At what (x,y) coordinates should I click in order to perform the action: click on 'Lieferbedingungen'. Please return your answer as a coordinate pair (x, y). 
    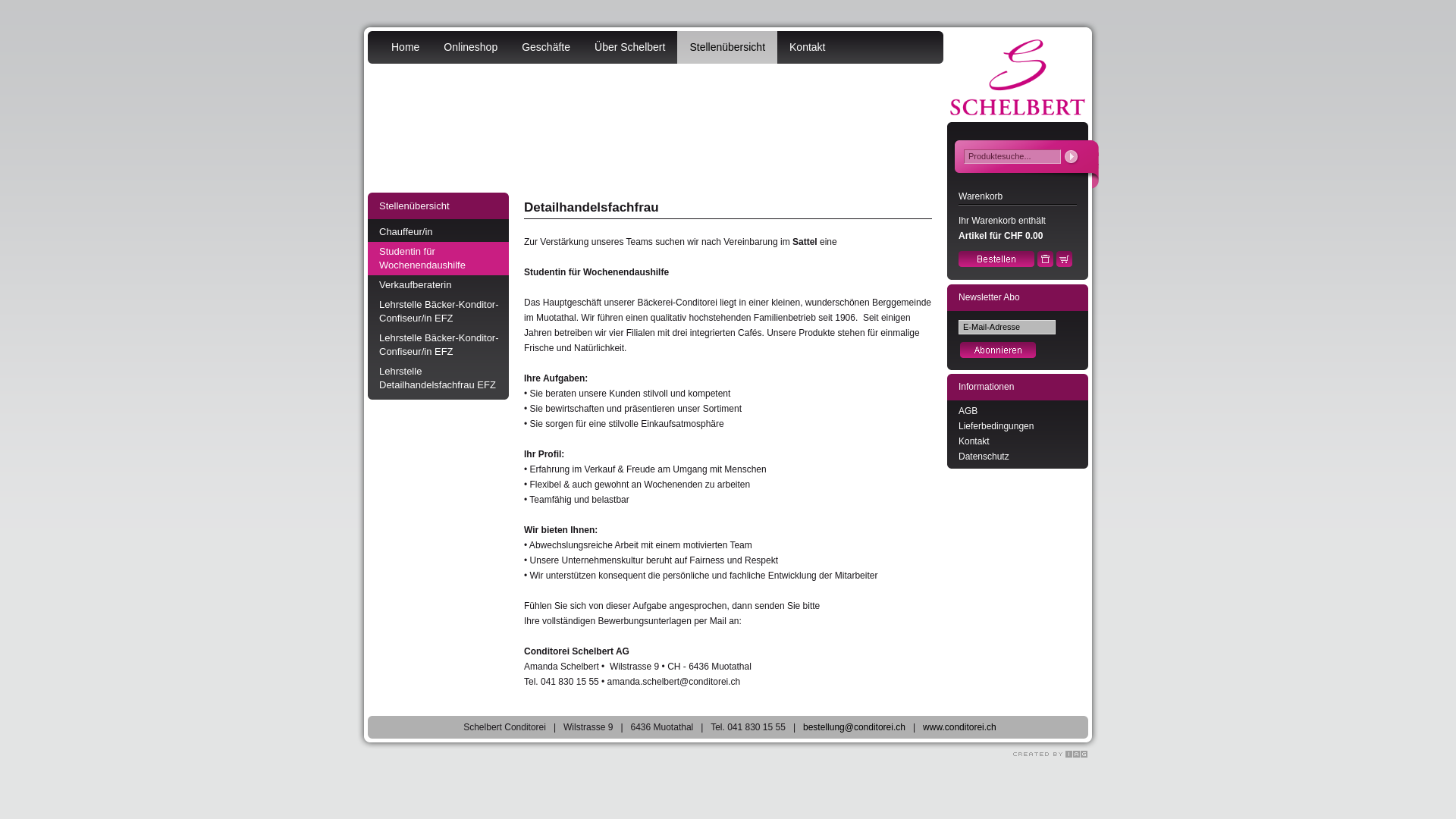
    Looking at the image, I should click on (996, 426).